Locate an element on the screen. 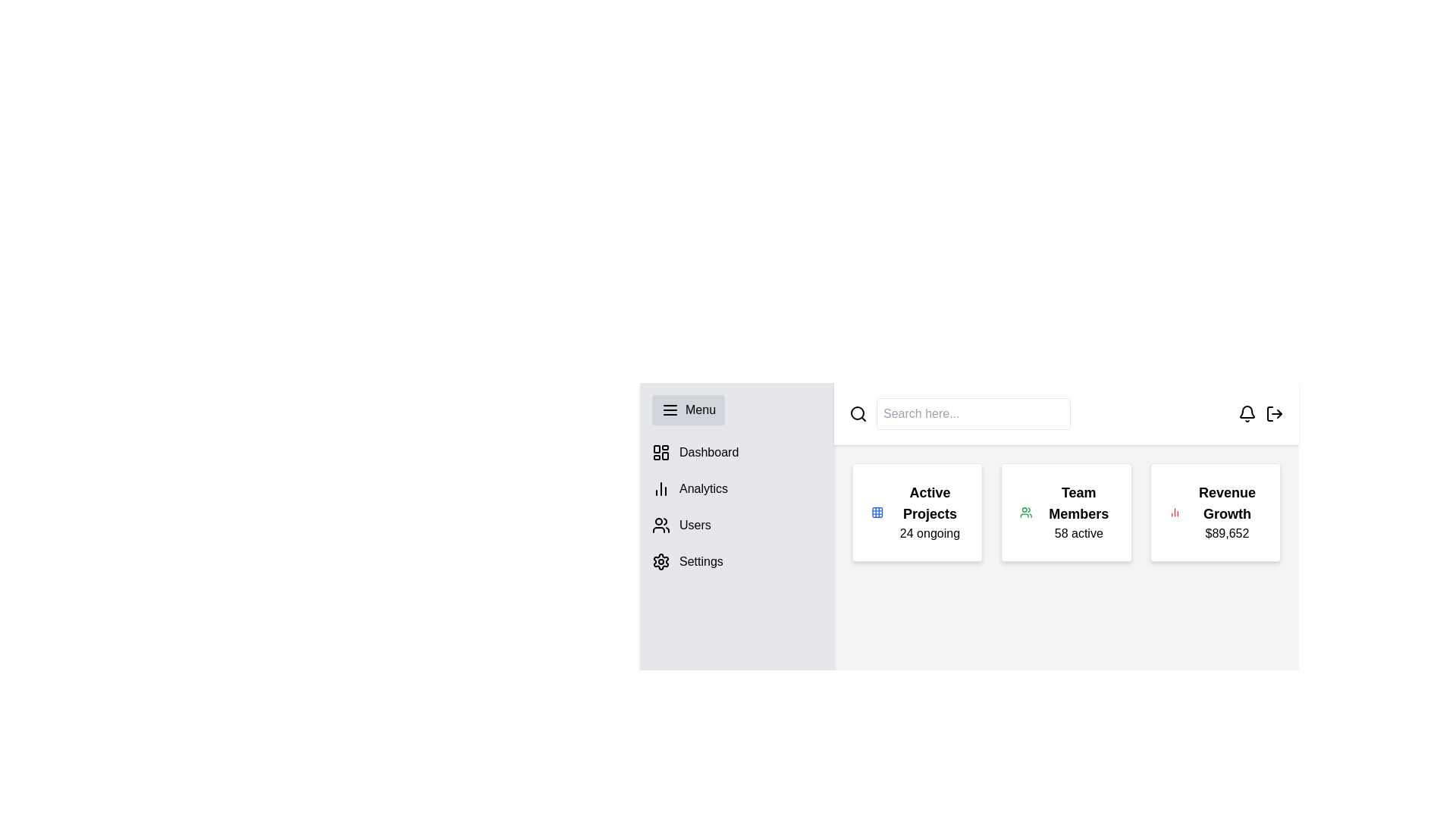  the 'Analytics' icon located is located at coordinates (661, 488).